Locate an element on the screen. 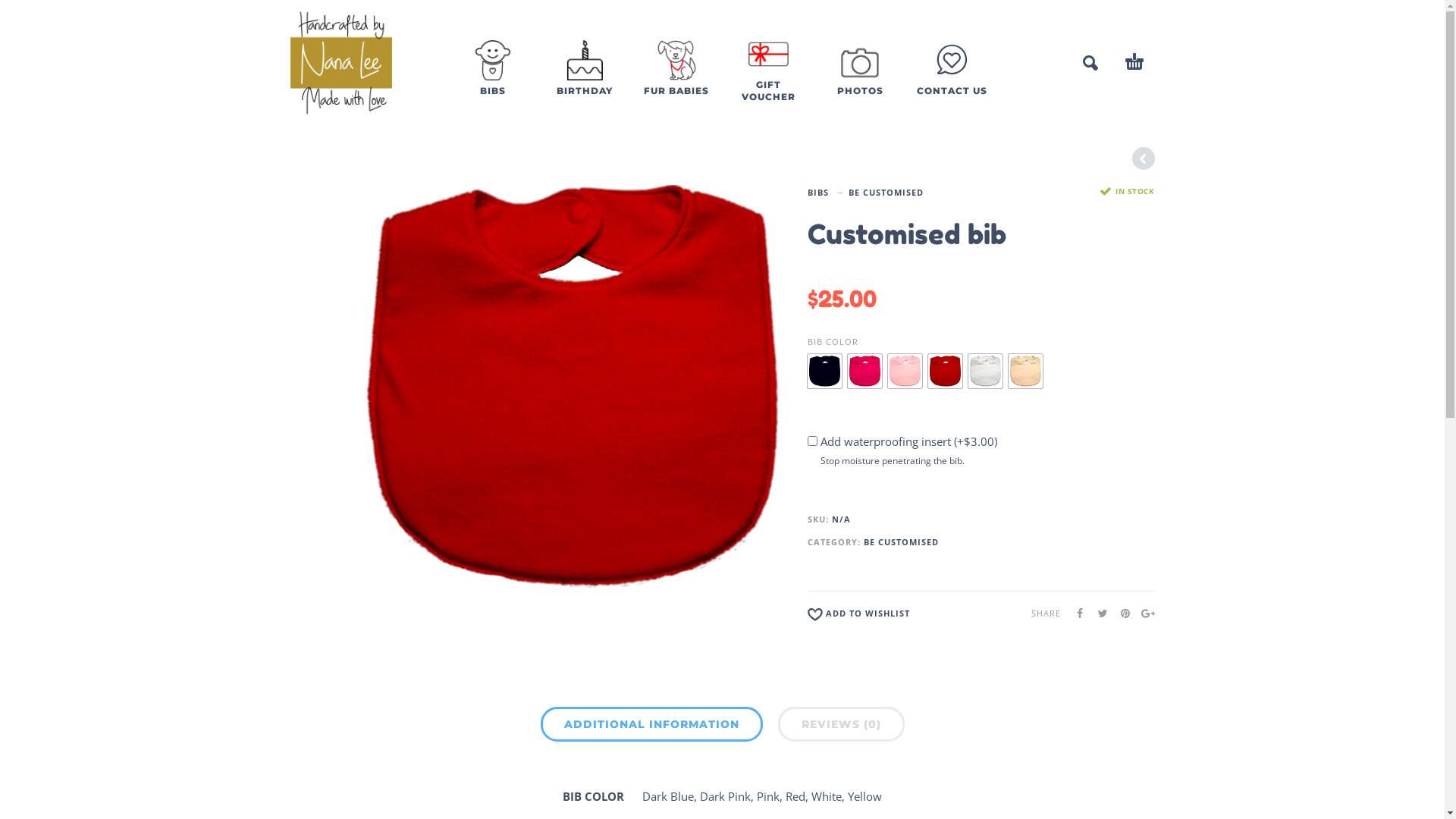 Image resolution: width=1456 pixels, height=819 pixels. 'BIBS' is located at coordinates (493, 80).